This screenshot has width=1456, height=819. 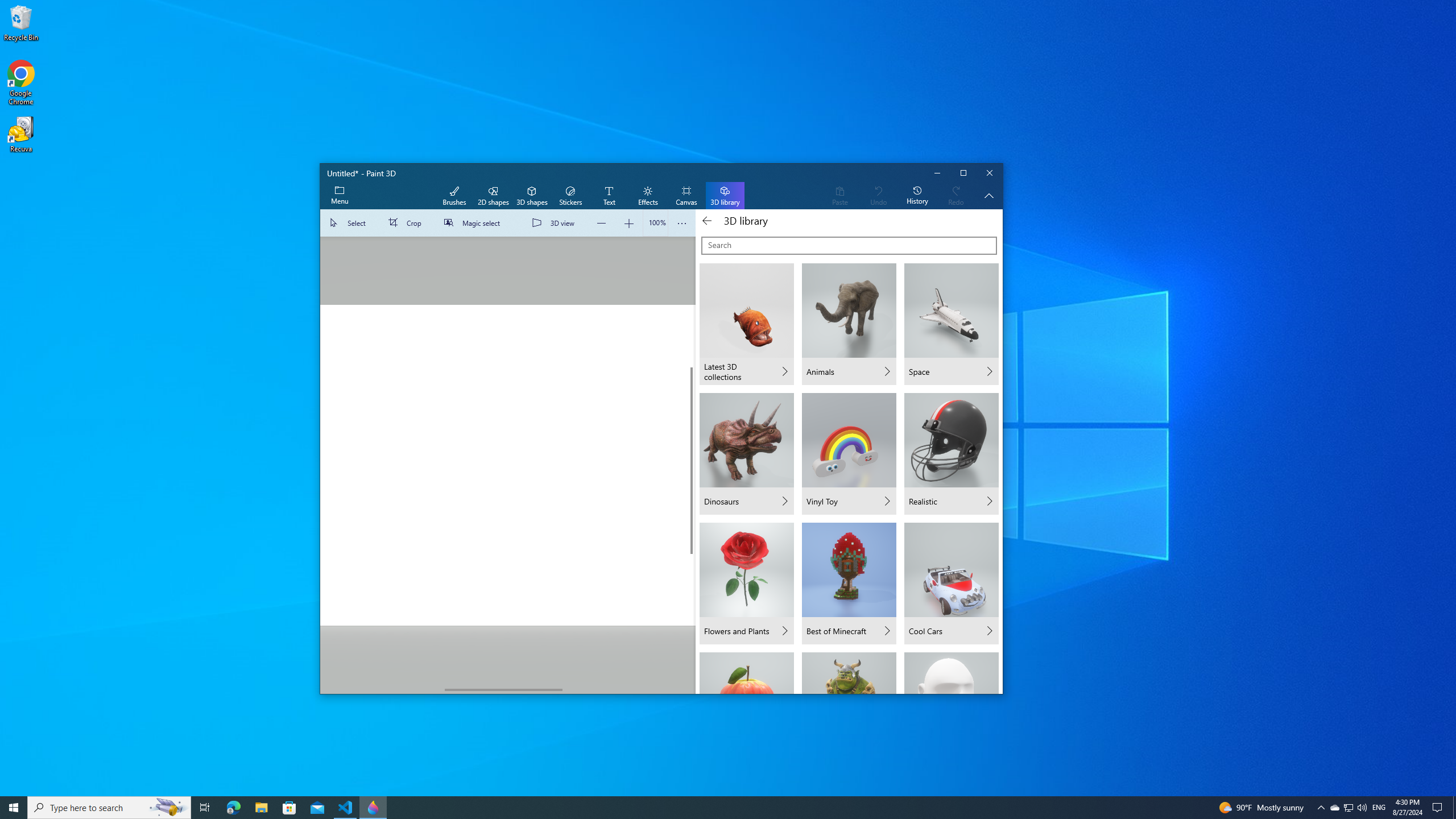 I want to click on 'Zoom in', so click(x=628, y=222).